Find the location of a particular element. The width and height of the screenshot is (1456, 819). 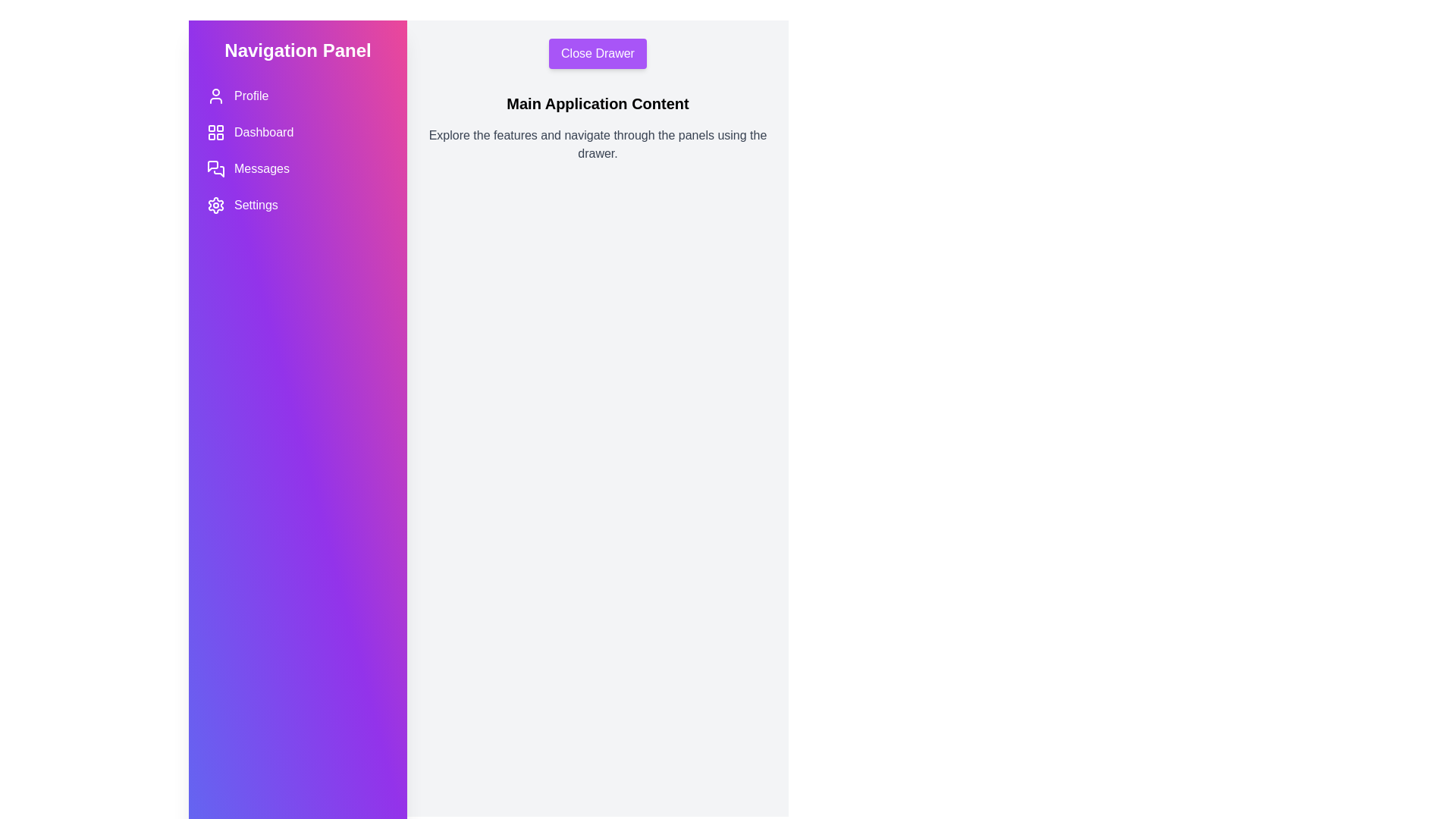

the navigation button for Dashboard to navigate to the corresponding section is located at coordinates (298, 131).